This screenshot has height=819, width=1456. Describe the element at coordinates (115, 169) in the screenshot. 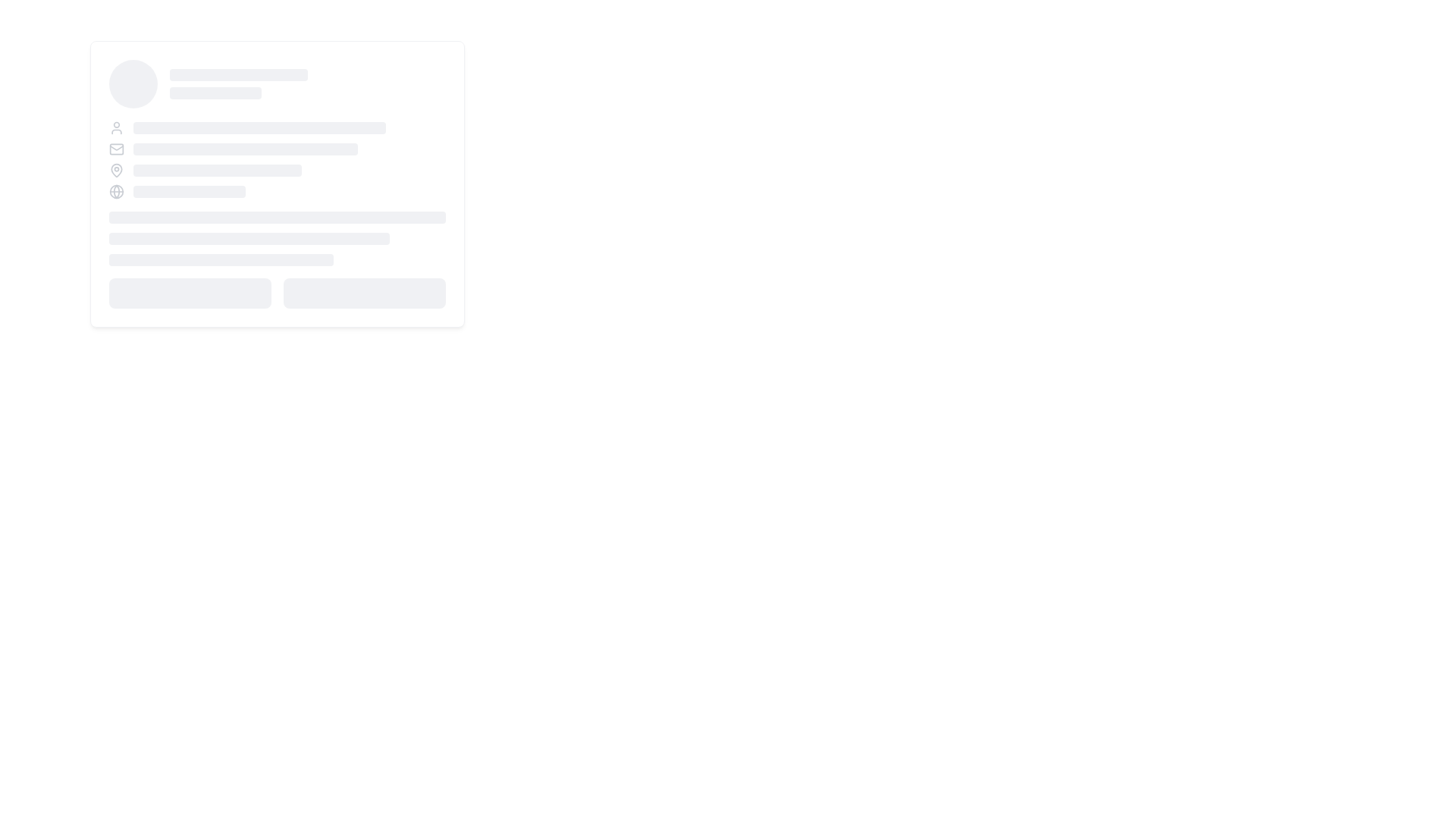

I see `the third icon in the left-aligned vertical list, which is a location pin icon` at that location.